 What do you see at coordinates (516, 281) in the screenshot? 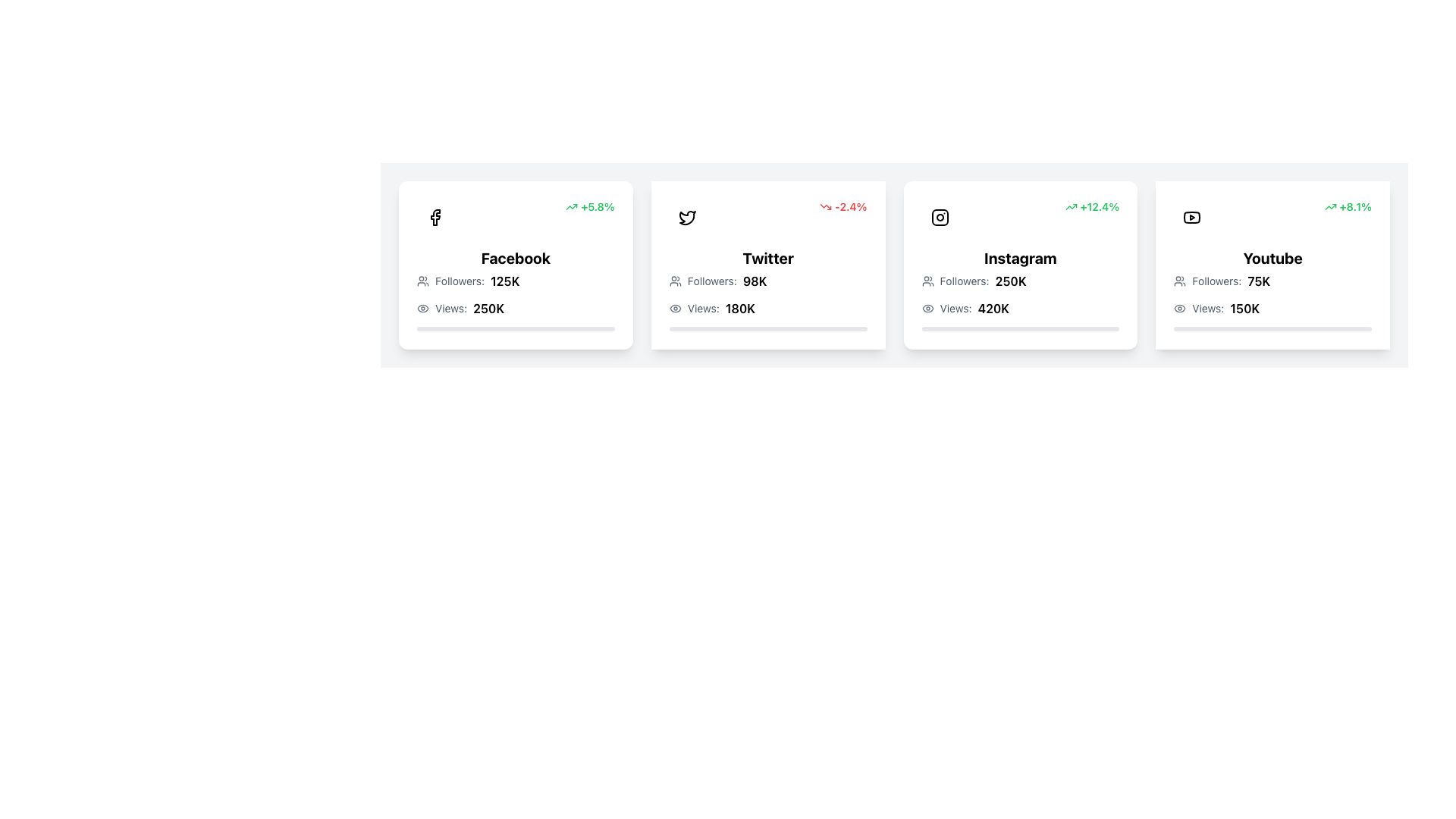
I see `displayed number of followers for the 'Facebook' card located above the 'Views: 250K' text line in the lower part of the Facebook card` at bounding box center [516, 281].